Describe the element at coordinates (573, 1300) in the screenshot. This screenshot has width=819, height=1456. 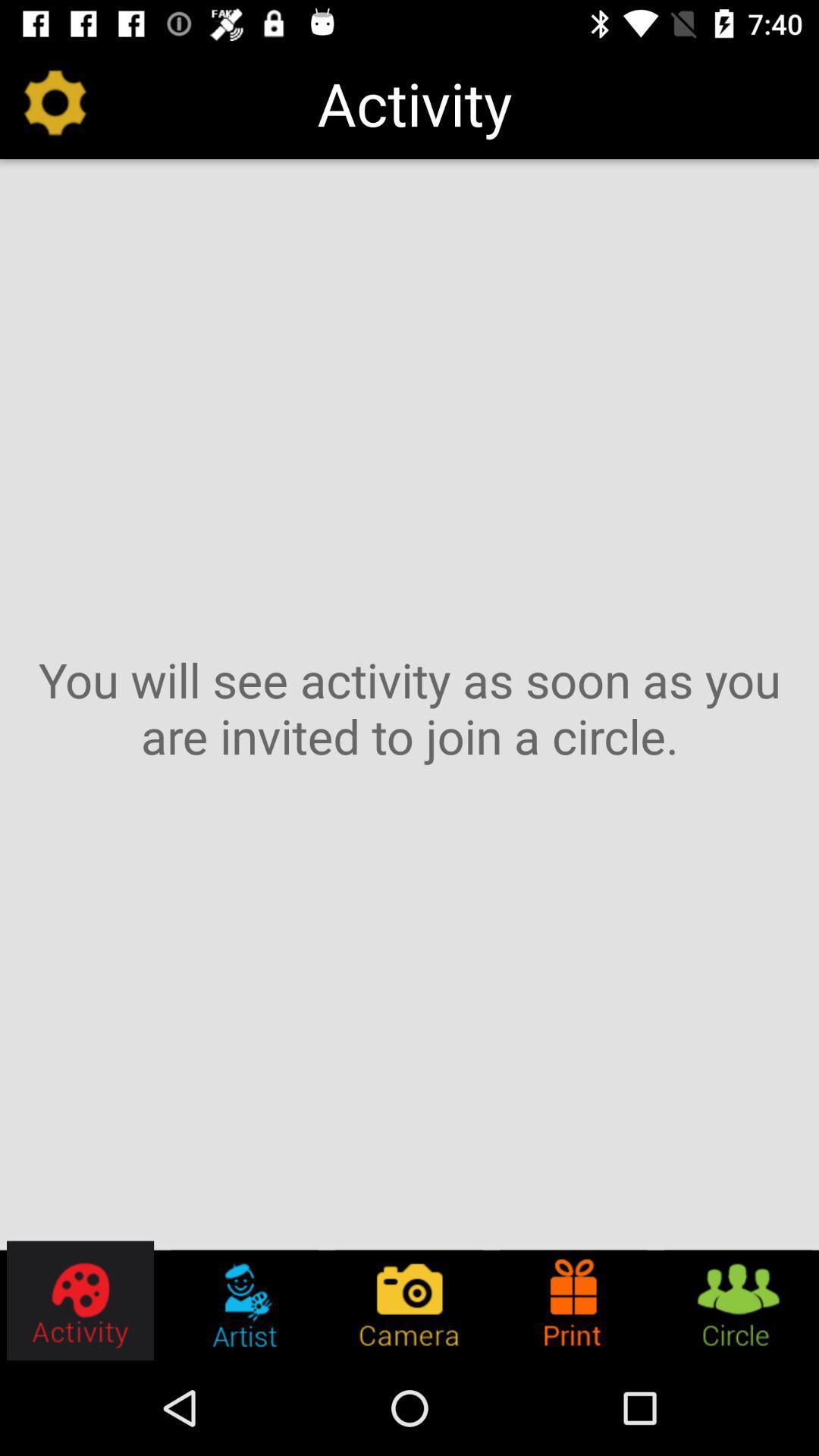
I see `the gift icon` at that location.